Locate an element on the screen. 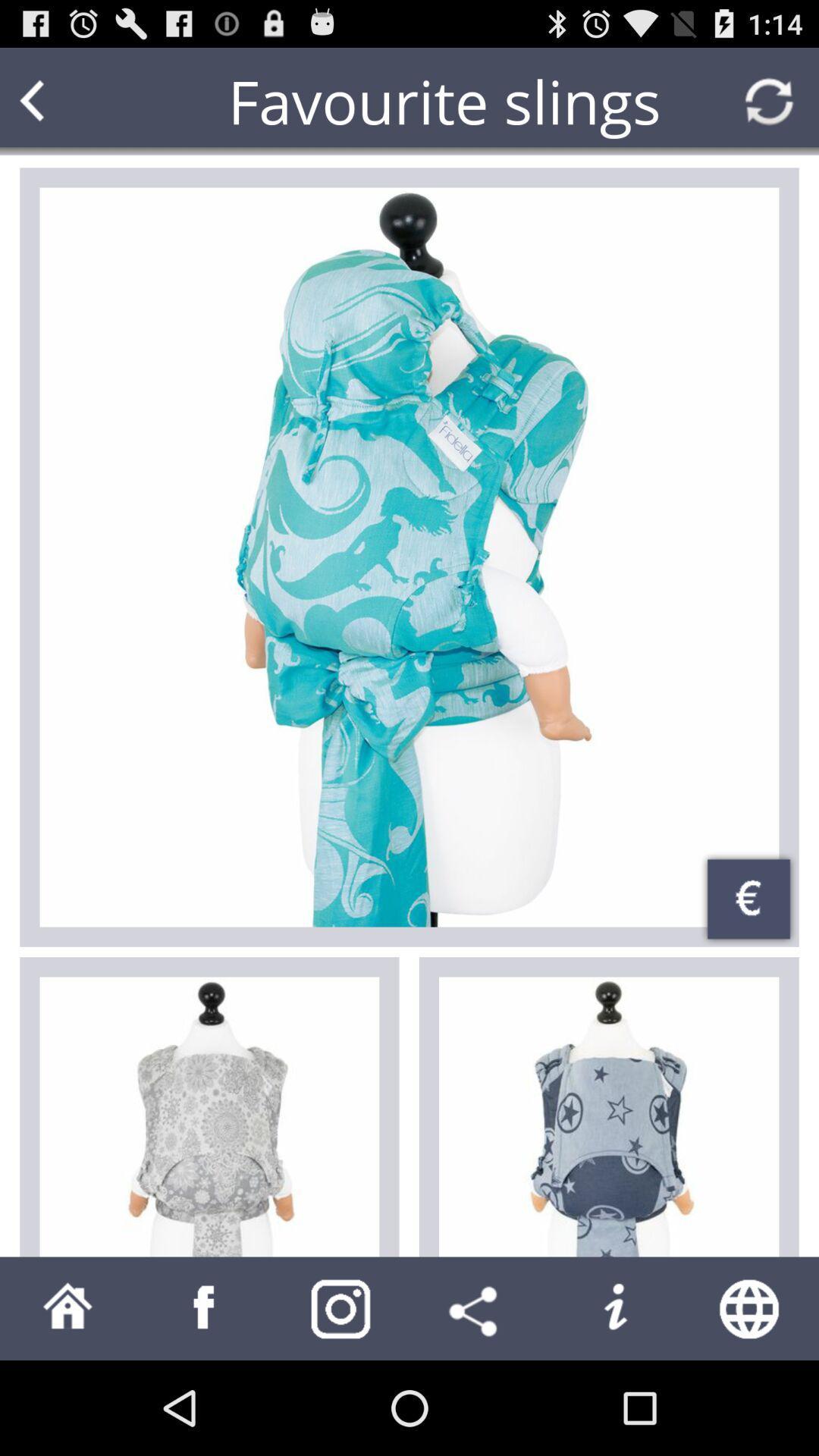 Image resolution: width=819 pixels, height=1456 pixels. choose article is located at coordinates (608, 1117).